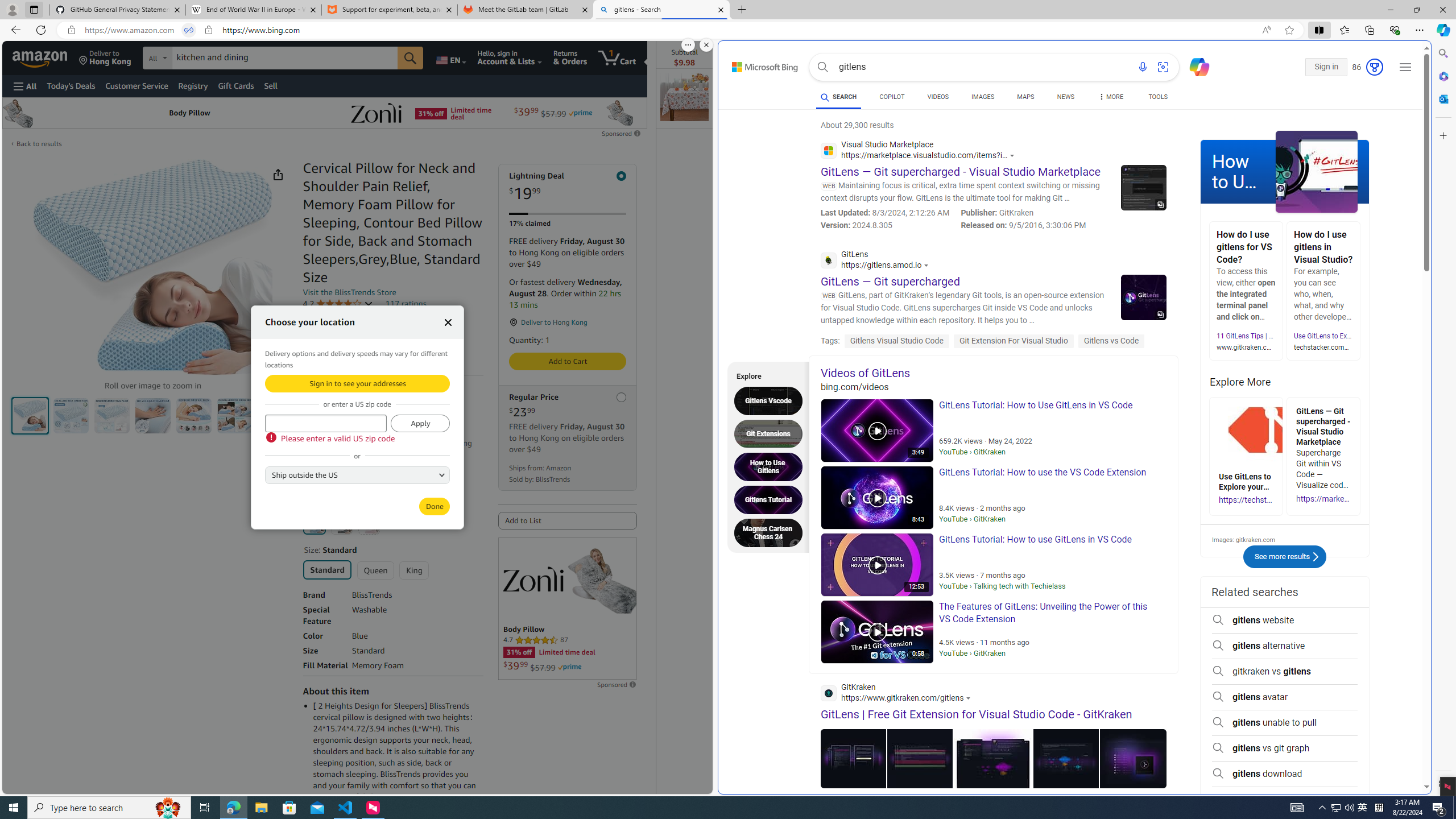 This screenshot has width=1456, height=819. Describe the element at coordinates (1023, 225) in the screenshot. I see `'Released on: 9/5/2016, 3:30:06 PM'` at that location.